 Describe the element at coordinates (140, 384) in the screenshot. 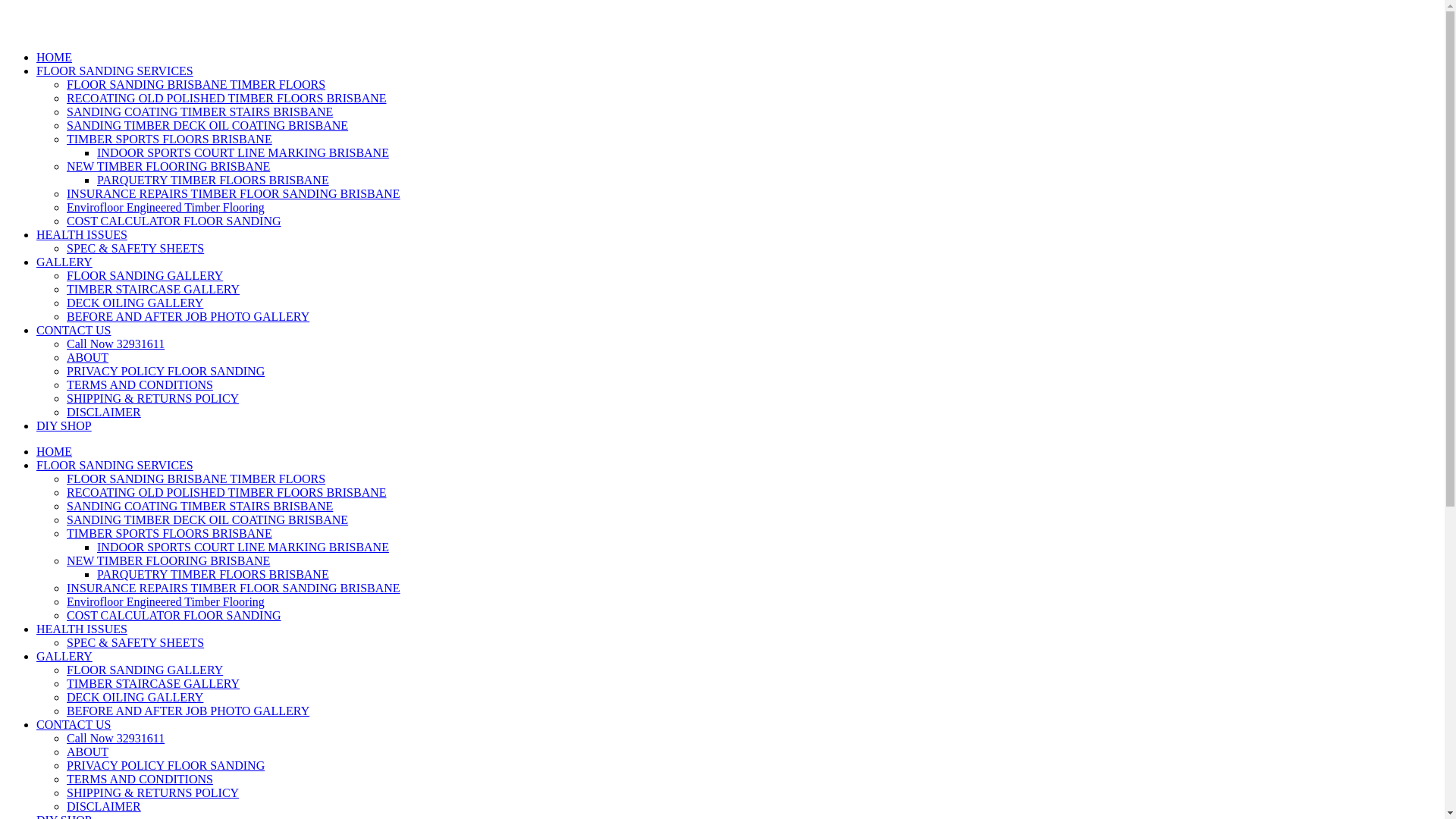

I see `'TERMS AND CONDITIONS'` at that location.